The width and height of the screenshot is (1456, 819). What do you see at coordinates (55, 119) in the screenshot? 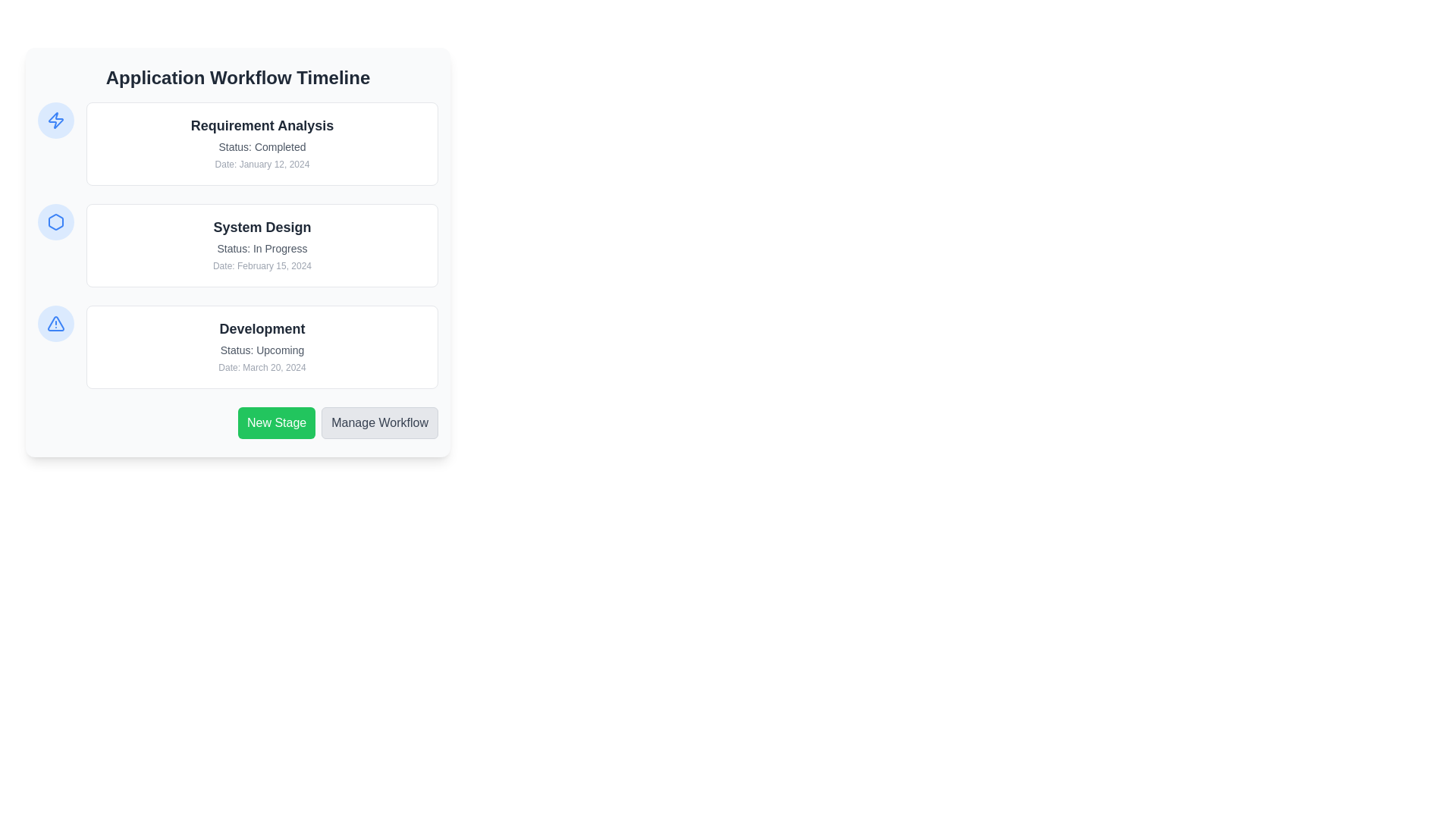
I see `the blue lightning bolt icon in the timeline interface for the 'Requirement Analysis' workflow stage, indicating the status as 'Completed'` at bounding box center [55, 119].